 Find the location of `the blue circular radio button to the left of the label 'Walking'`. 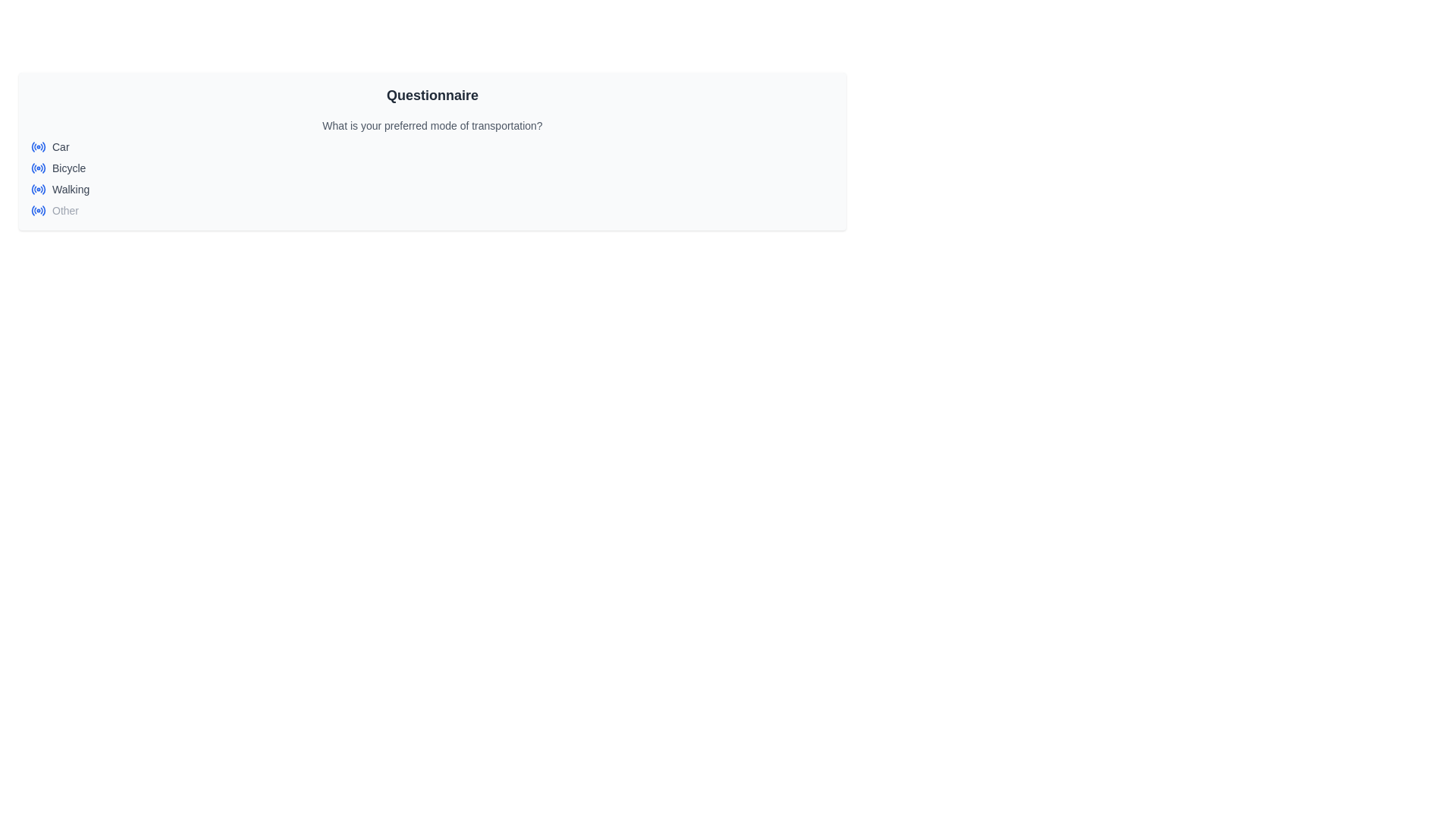

the blue circular radio button to the left of the label 'Walking' is located at coordinates (39, 189).